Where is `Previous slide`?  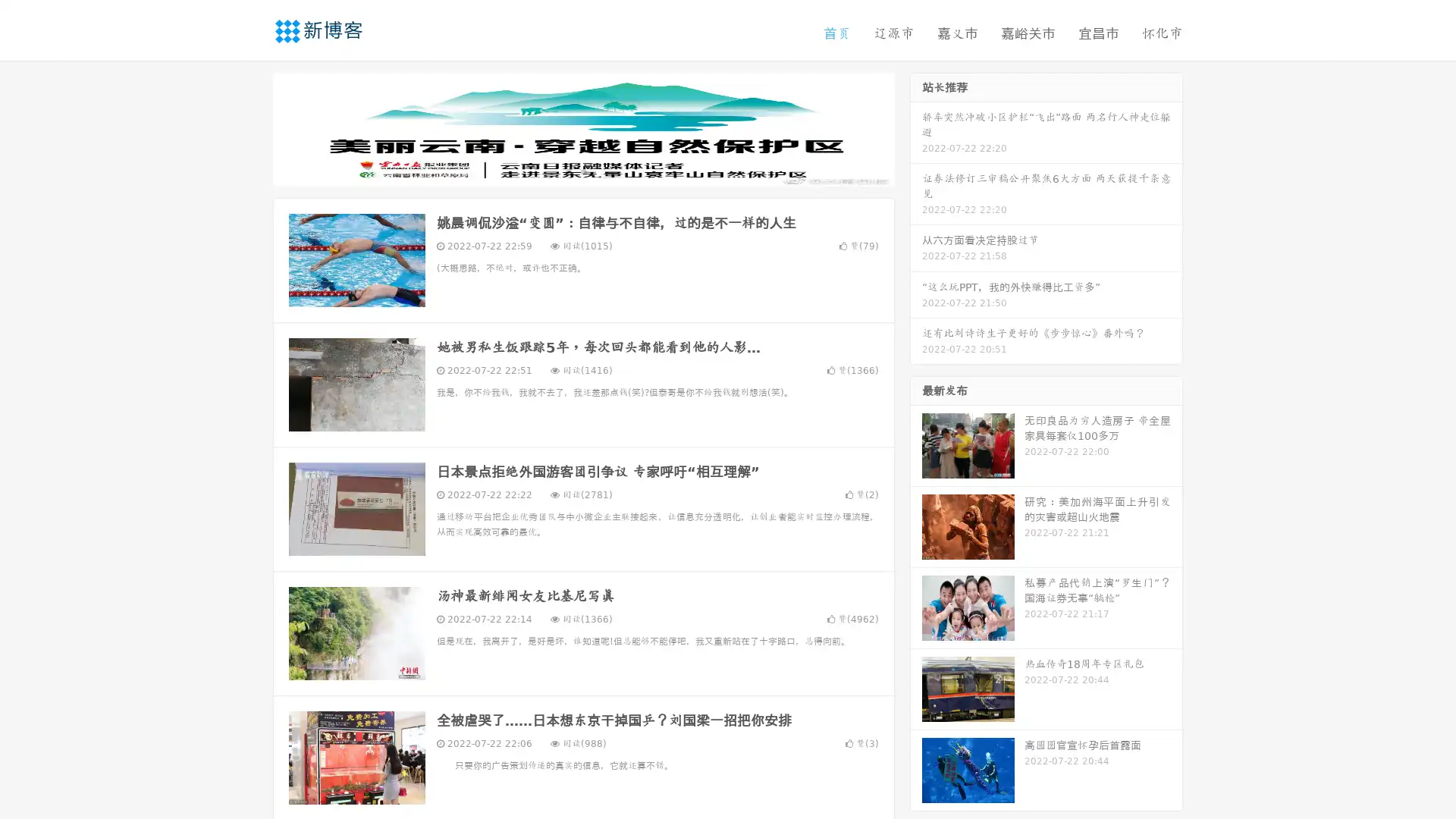 Previous slide is located at coordinates (250, 127).